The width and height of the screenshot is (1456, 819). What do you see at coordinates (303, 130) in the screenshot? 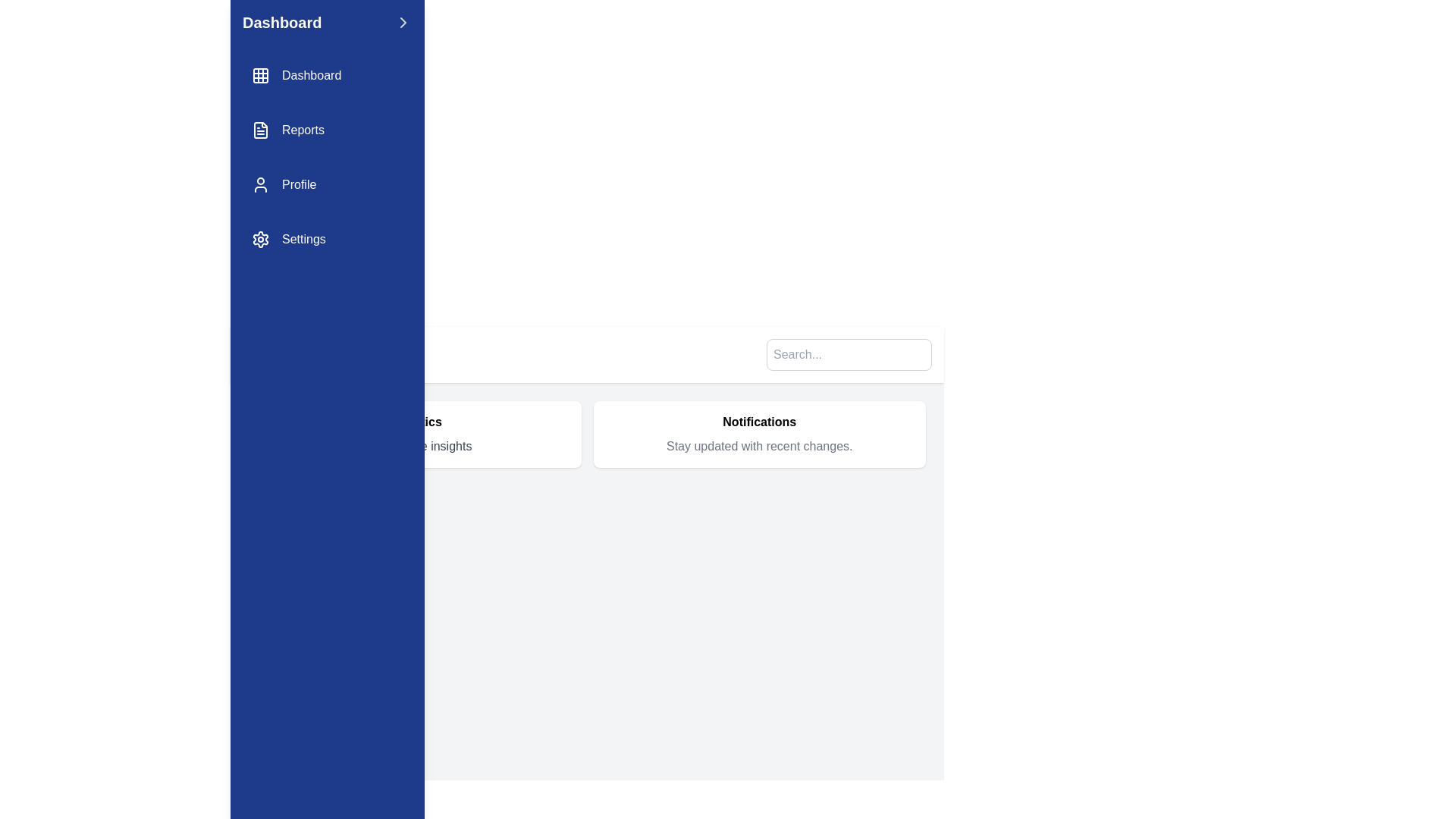
I see `the 'Reports' text label in the vertical navigation menu located in the second row, between 'Dashboard' and 'Profile'` at bounding box center [303, 130].